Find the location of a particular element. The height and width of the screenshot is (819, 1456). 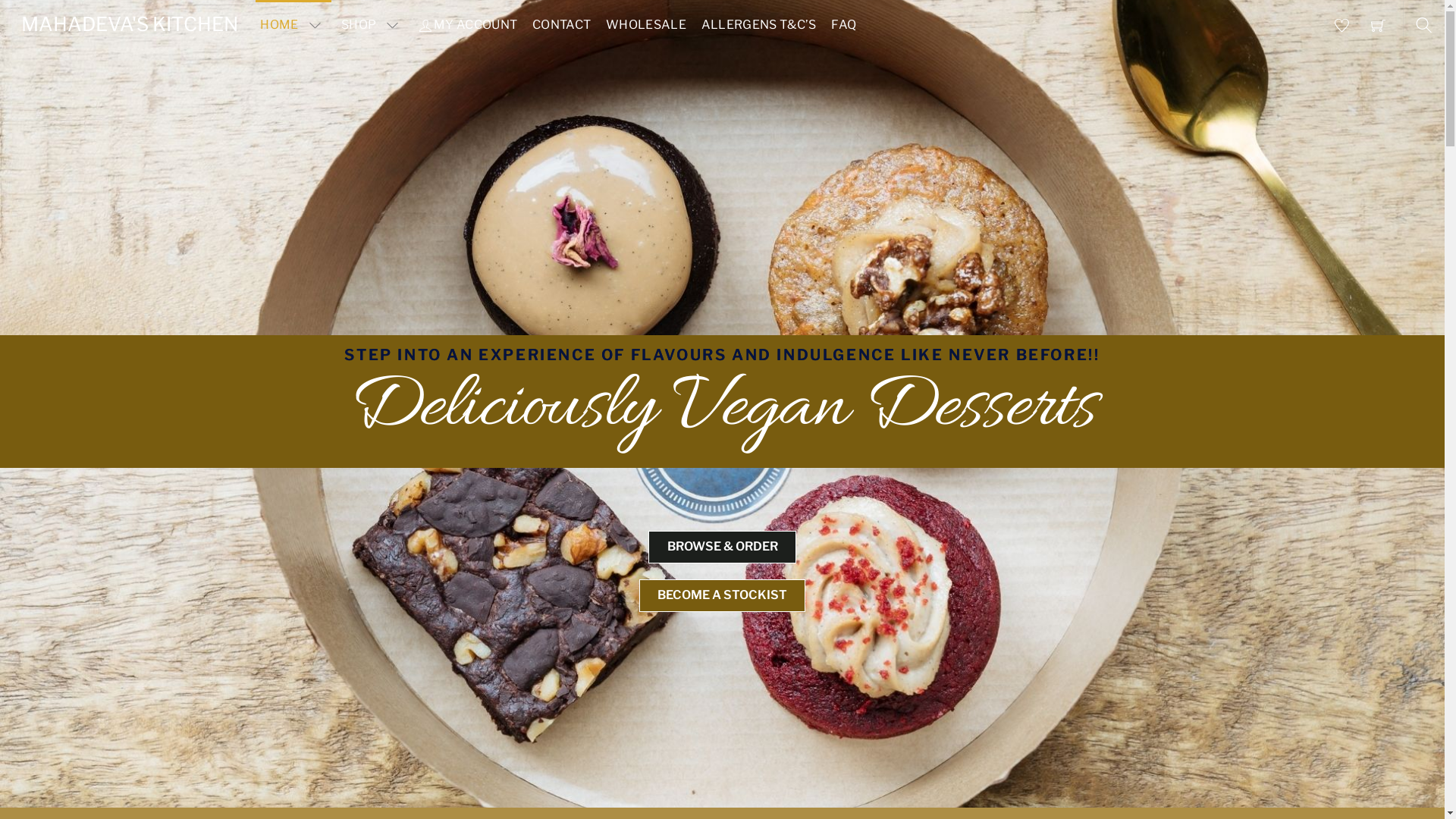

'CONTACT' is located at coordinates (560, 25).